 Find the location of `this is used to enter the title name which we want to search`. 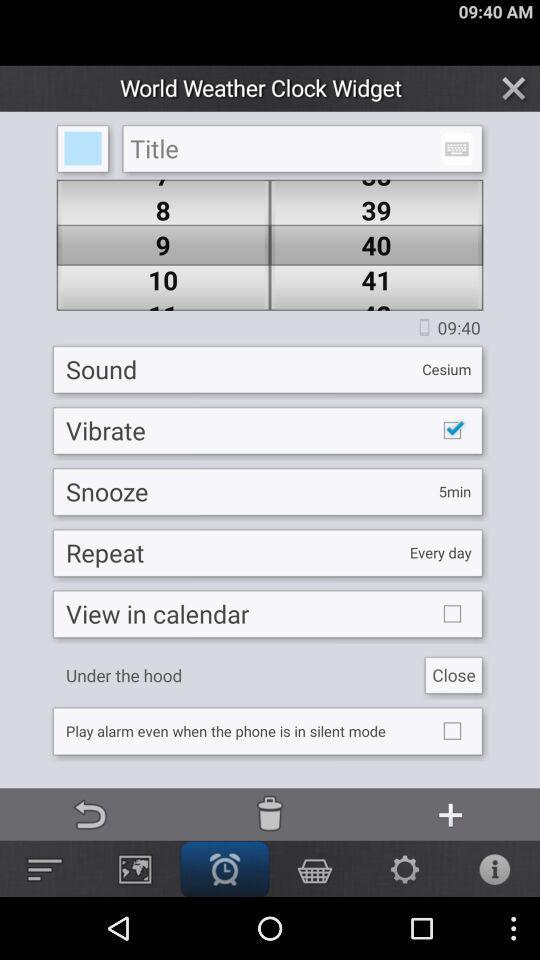

this is used to enter the title name which we want to search is located at coordinates (301, 148).